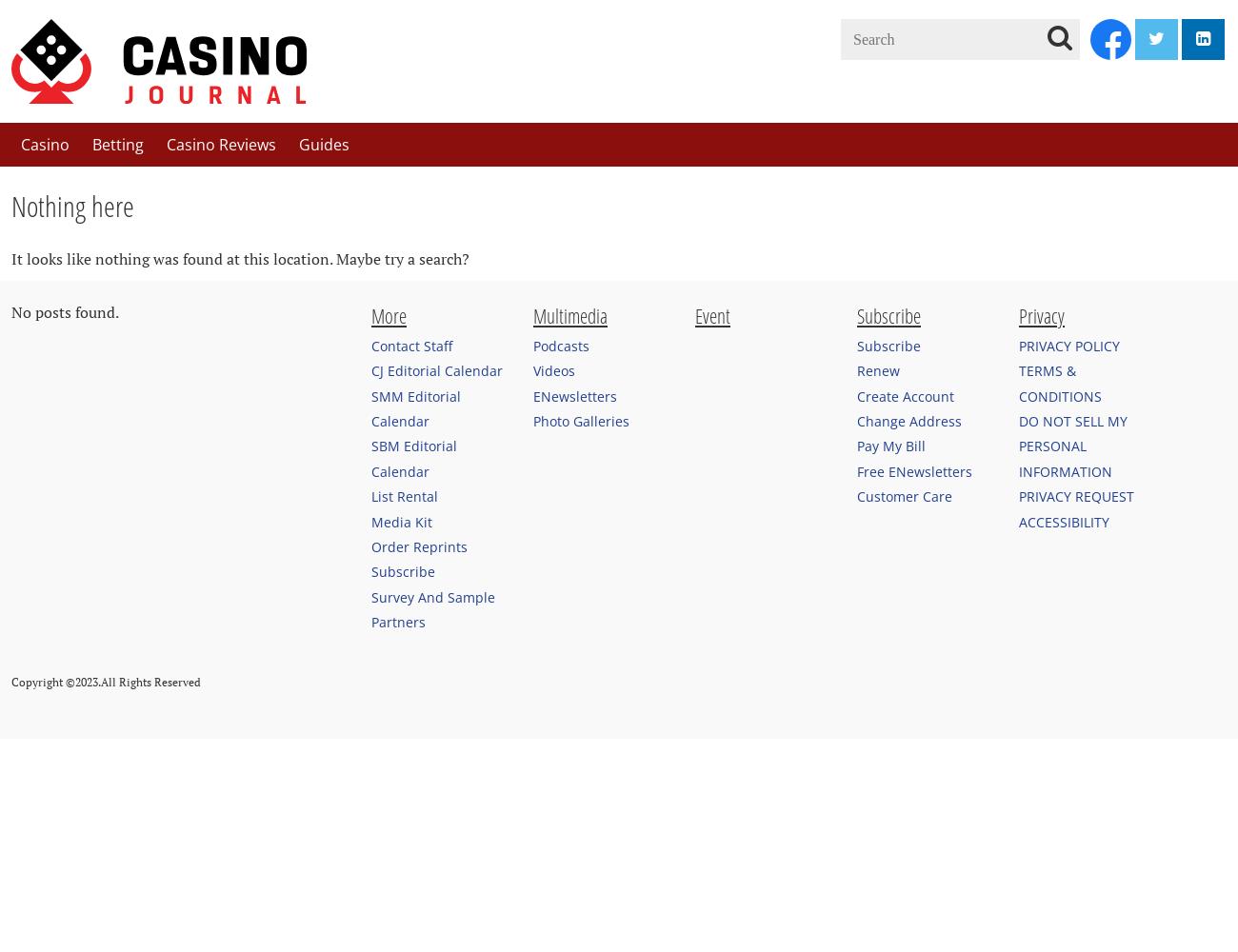 The width and height of the screenshot is (1238, 952). I want to click on 'Photo Galleries', so click(581, 420).